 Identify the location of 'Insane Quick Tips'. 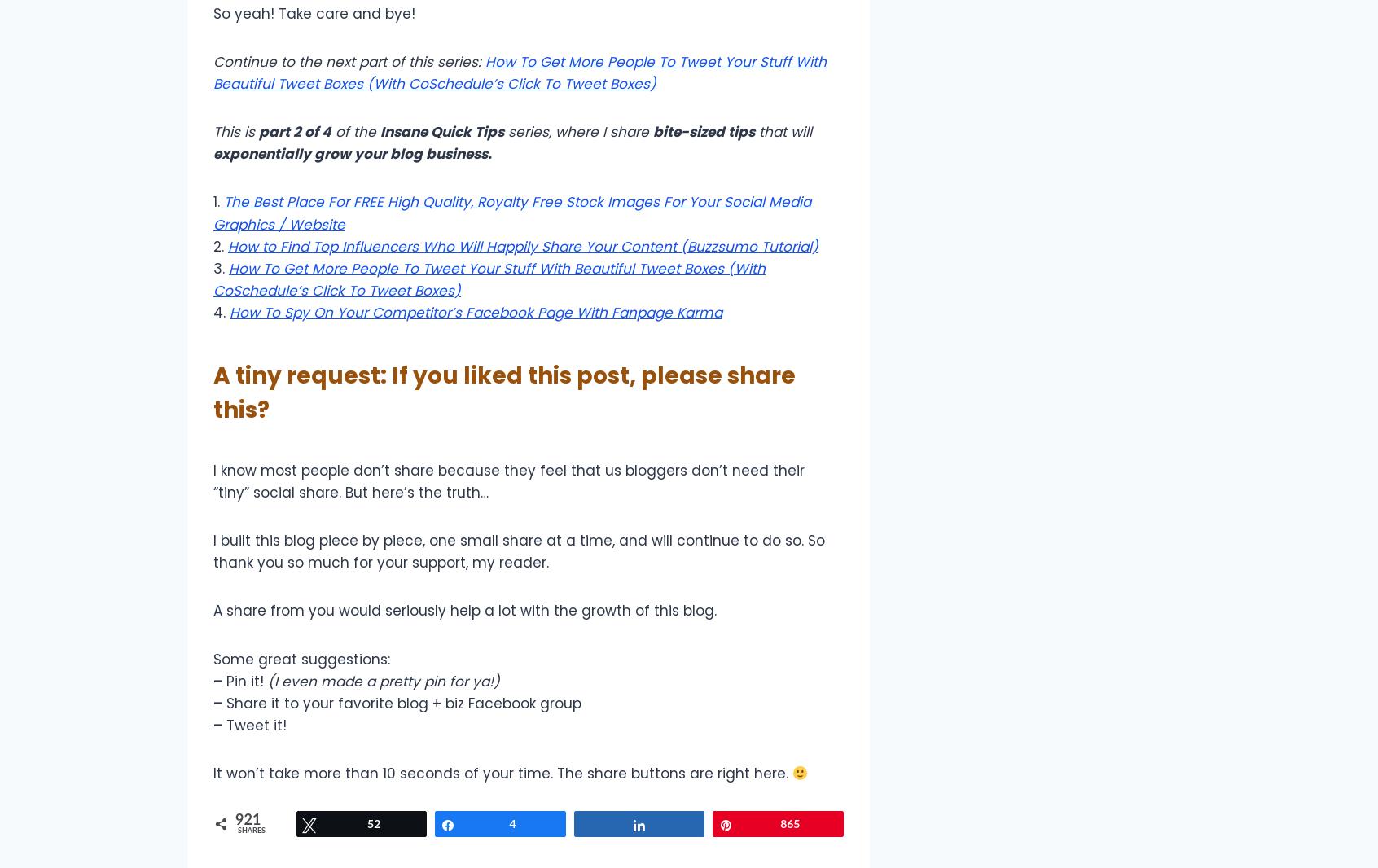
(379, 131).